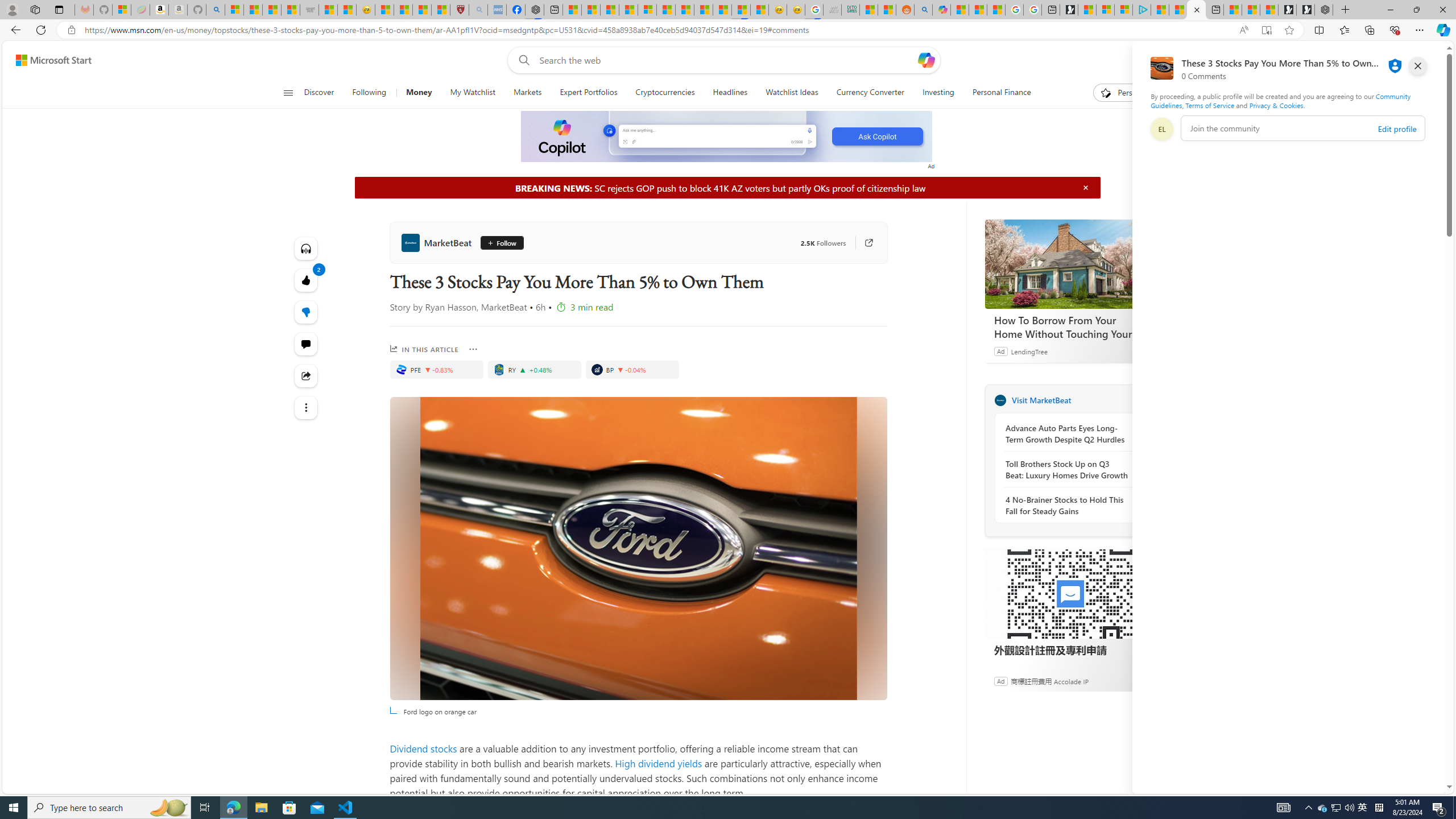 The width and height of the screenshot is (1456, 819). I want to click on '2 Like', so click(305, 279).